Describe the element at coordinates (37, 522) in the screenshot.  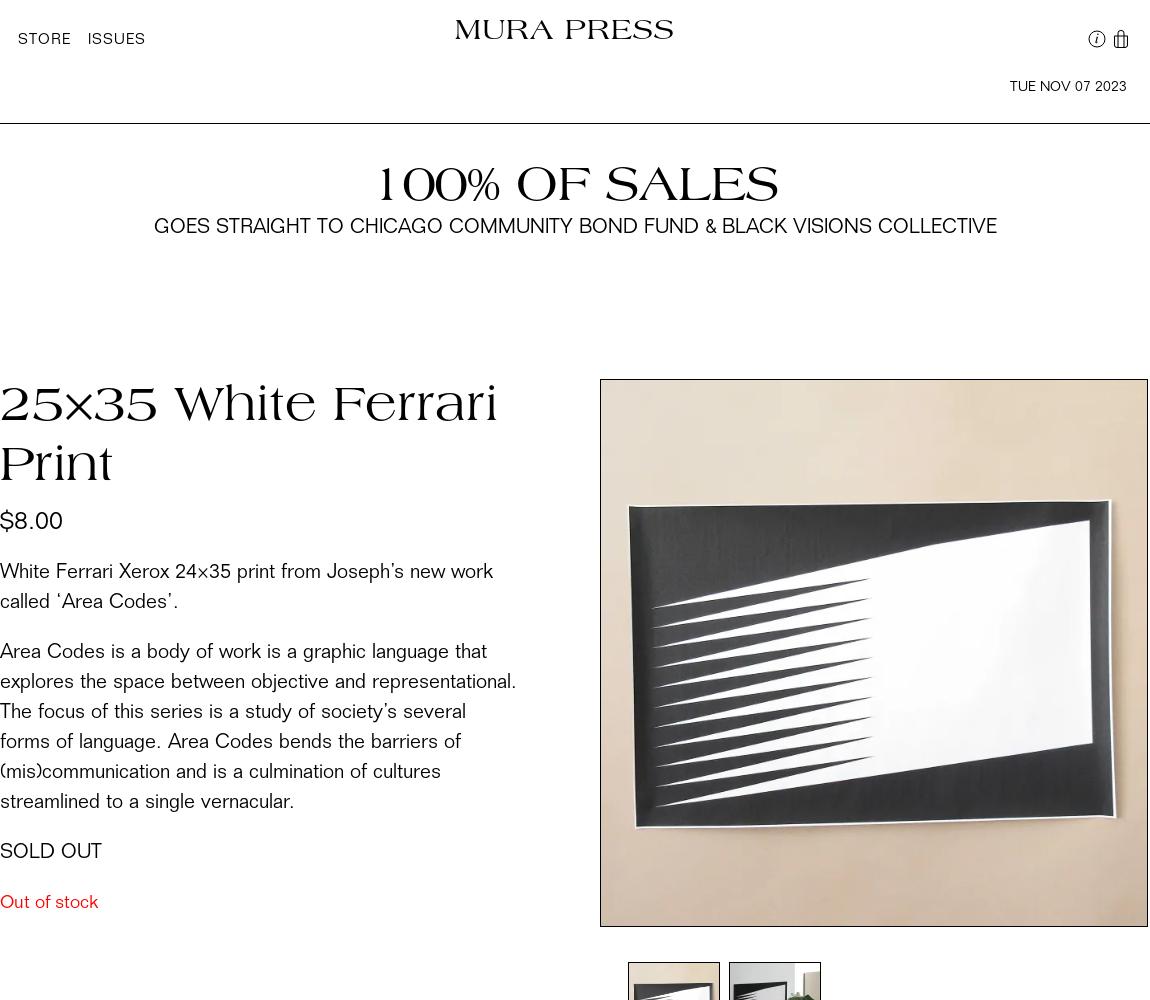
I see `'8.00'` at that location.